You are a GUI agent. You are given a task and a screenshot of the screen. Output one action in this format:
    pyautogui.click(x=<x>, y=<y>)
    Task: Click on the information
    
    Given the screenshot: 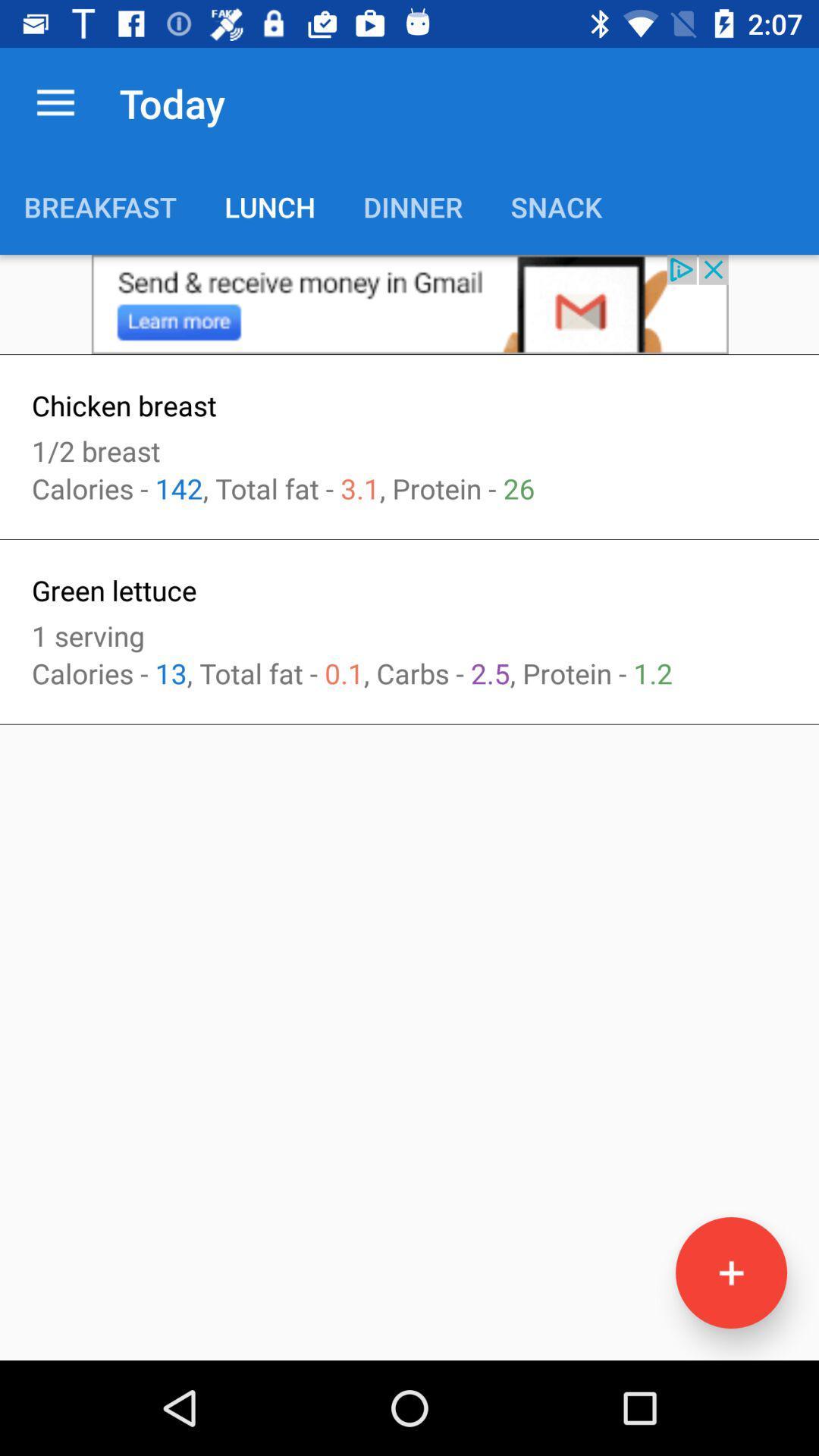 What is the action you would take?
    pyautogui.click(x=730, y=1272)
    